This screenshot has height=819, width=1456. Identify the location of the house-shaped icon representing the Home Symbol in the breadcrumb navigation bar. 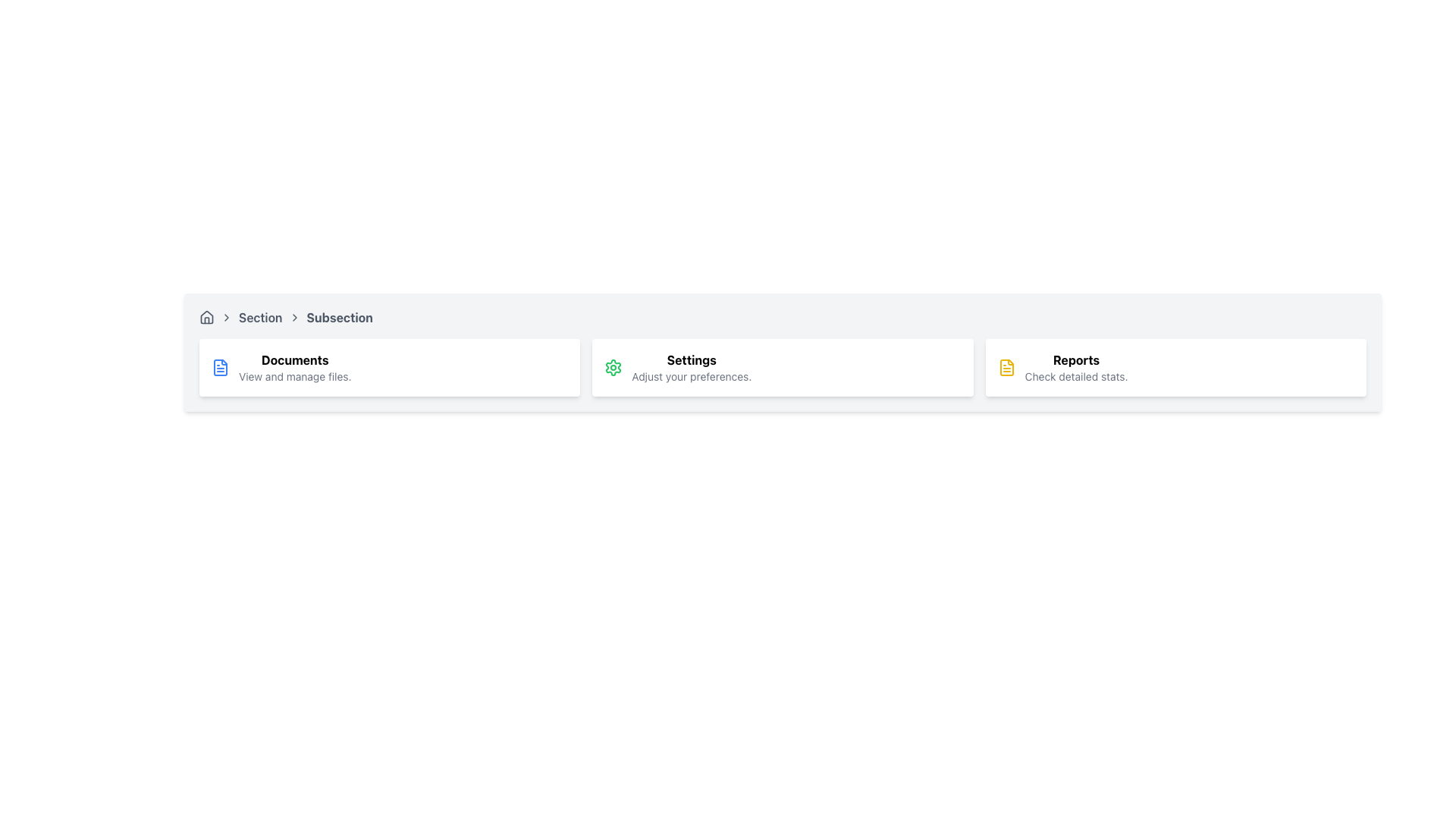
(206, 317).